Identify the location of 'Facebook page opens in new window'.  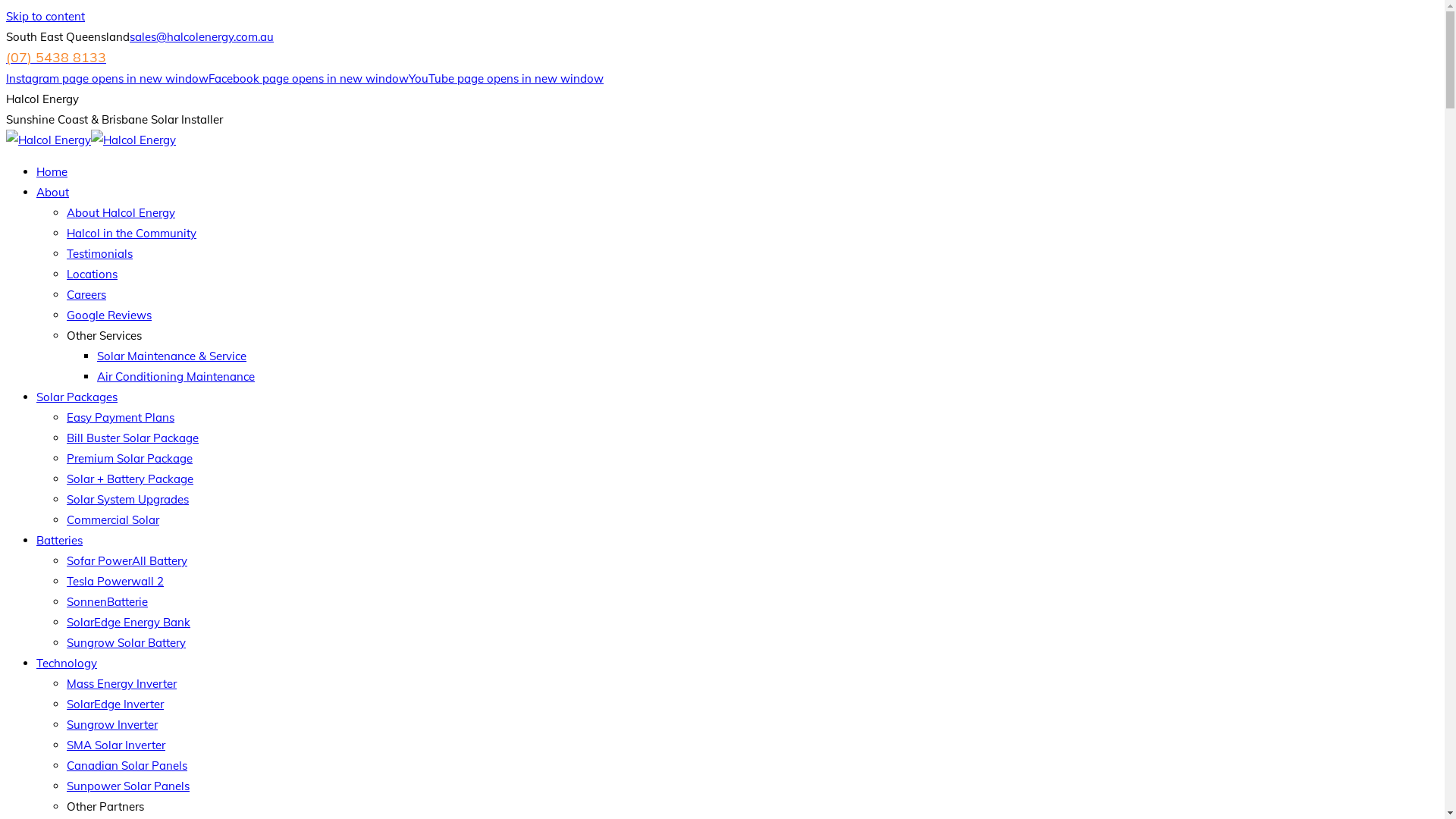
(308, 78).